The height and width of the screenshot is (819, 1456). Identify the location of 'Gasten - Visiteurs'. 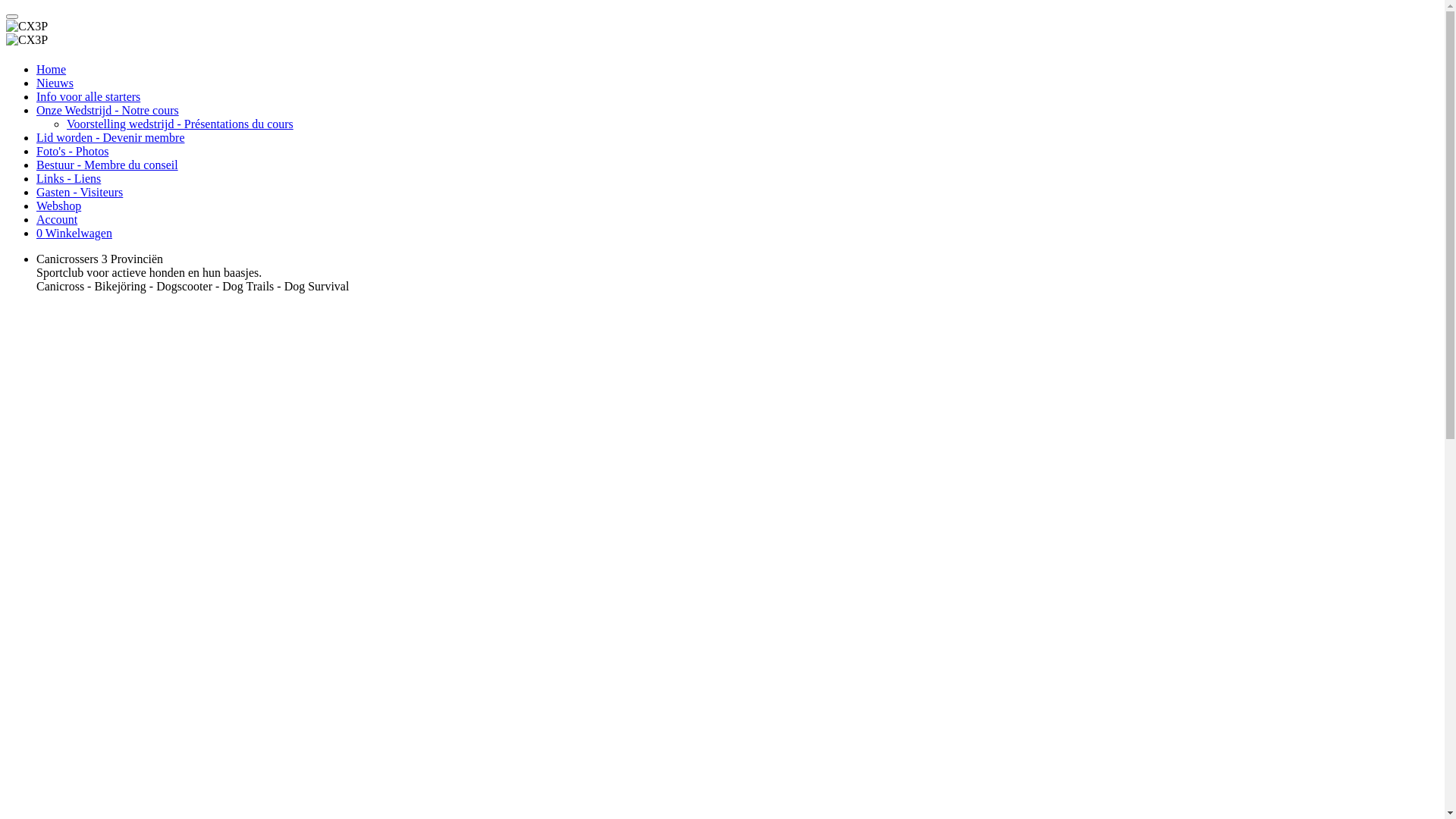
(79, 191).